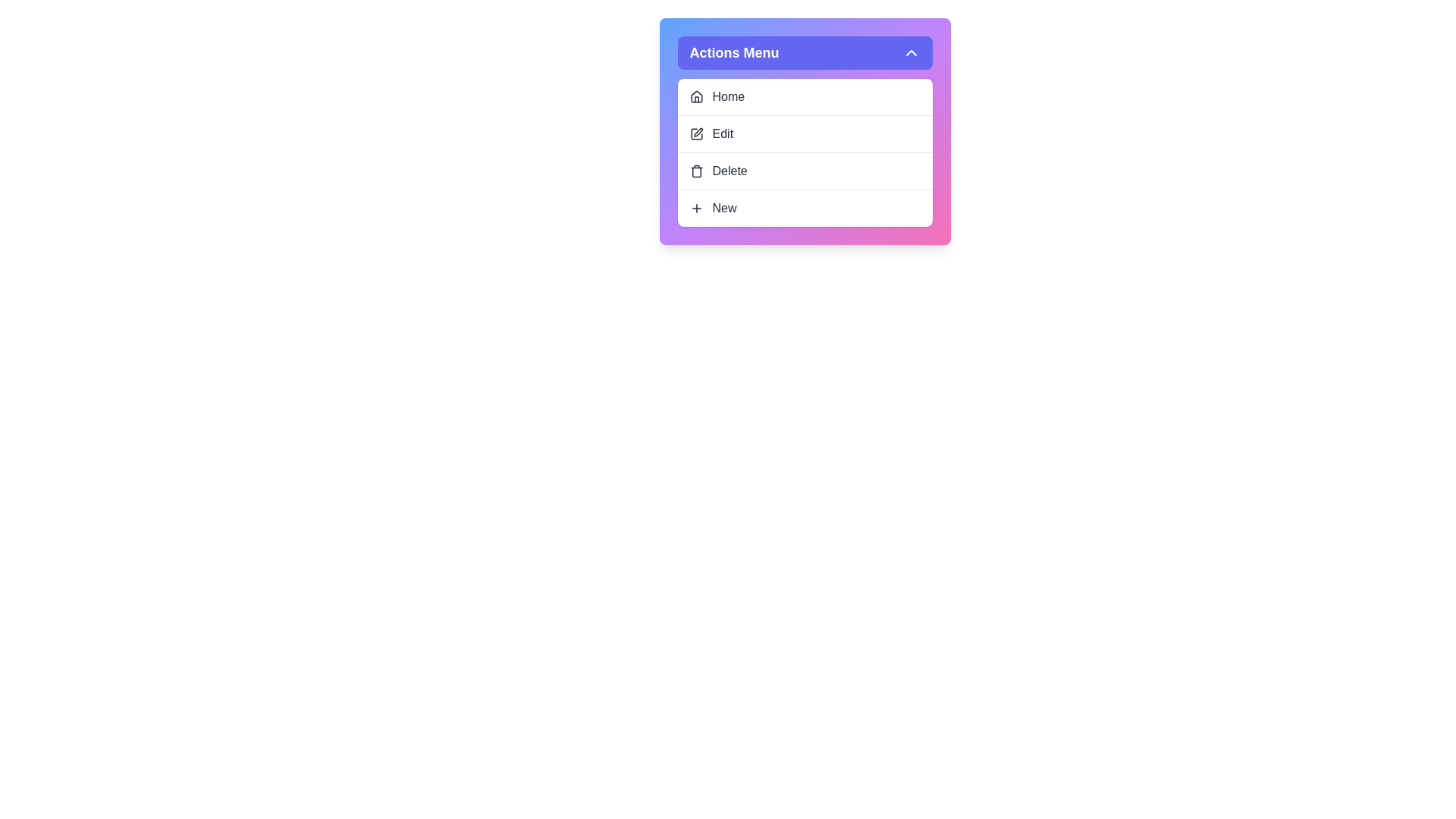  I want to click on the dropdown toggle button to toggle its visibility, so click(804, 52).